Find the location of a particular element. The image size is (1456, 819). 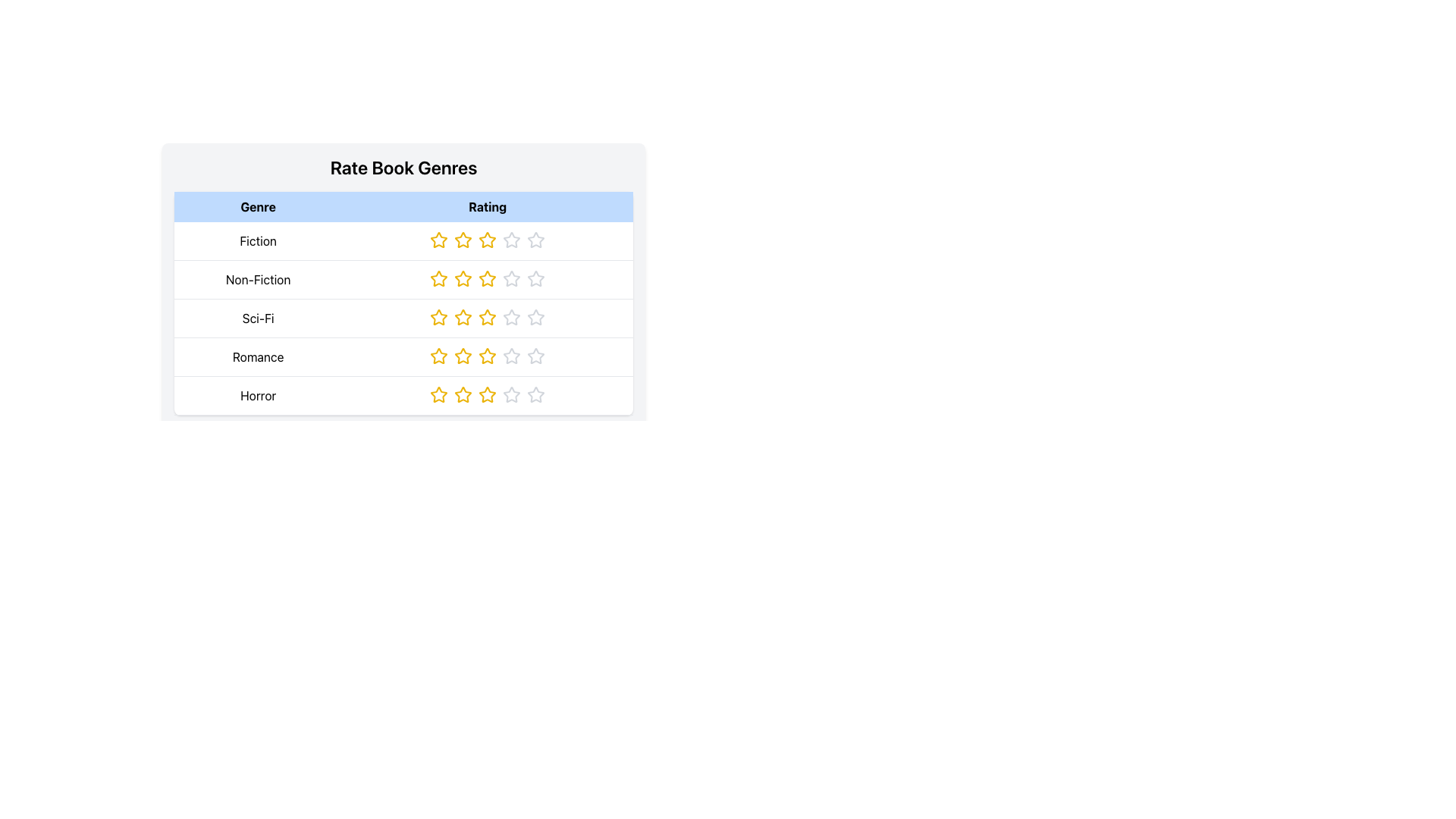

Table Header with a light blue background containing the titles 'Genre' and 'Rating' for its structure is located at coordinates (403, 271).